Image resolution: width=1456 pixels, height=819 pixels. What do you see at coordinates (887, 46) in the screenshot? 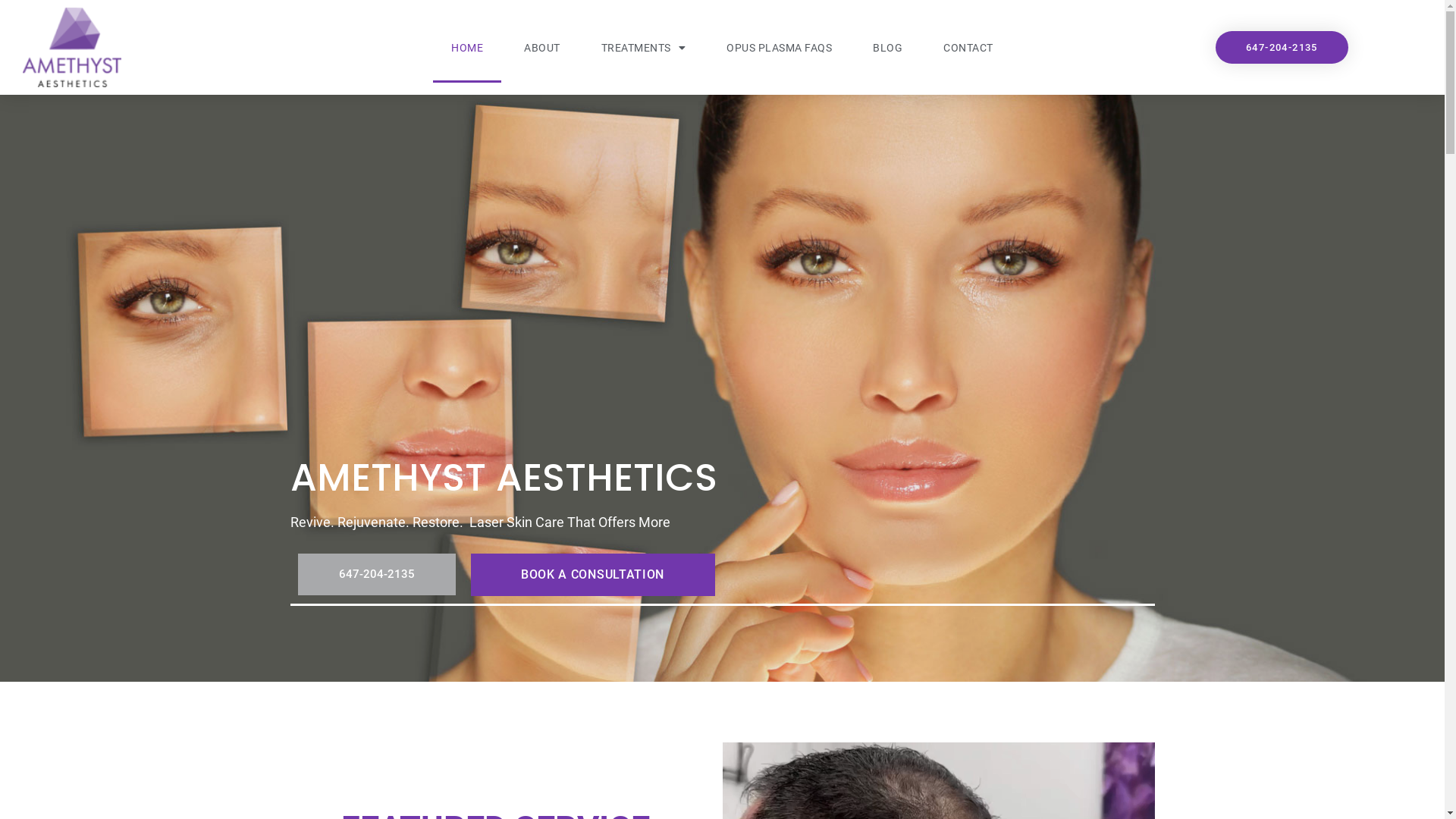
I see `'BLOG'` at bounding box center [887, 46].